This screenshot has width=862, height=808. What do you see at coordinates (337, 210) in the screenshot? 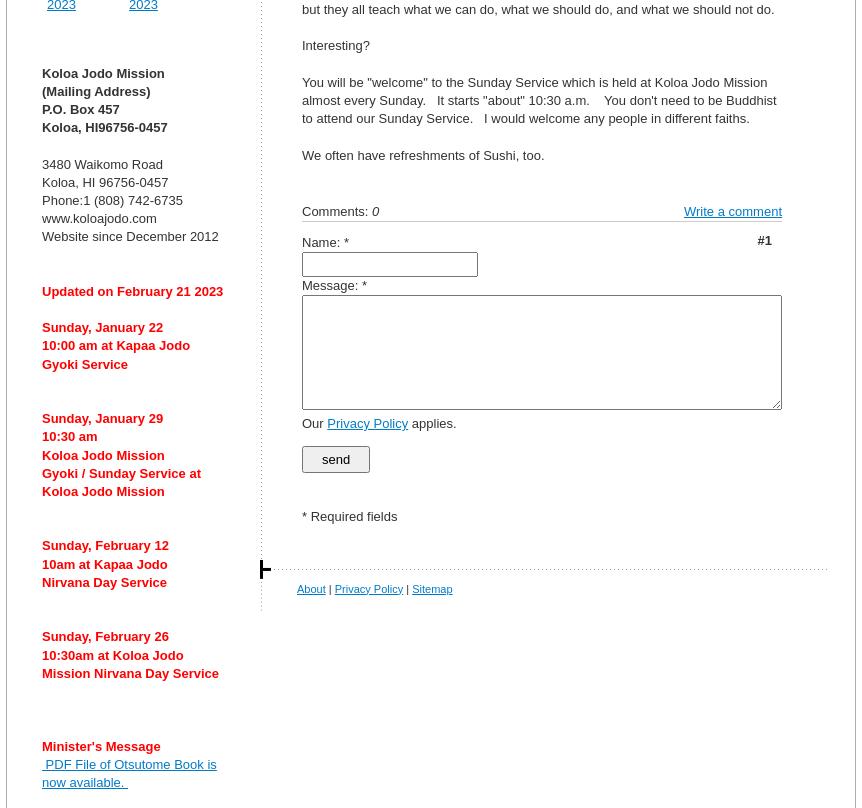
I see `'Comments:'` at bounding box center [337, 210].